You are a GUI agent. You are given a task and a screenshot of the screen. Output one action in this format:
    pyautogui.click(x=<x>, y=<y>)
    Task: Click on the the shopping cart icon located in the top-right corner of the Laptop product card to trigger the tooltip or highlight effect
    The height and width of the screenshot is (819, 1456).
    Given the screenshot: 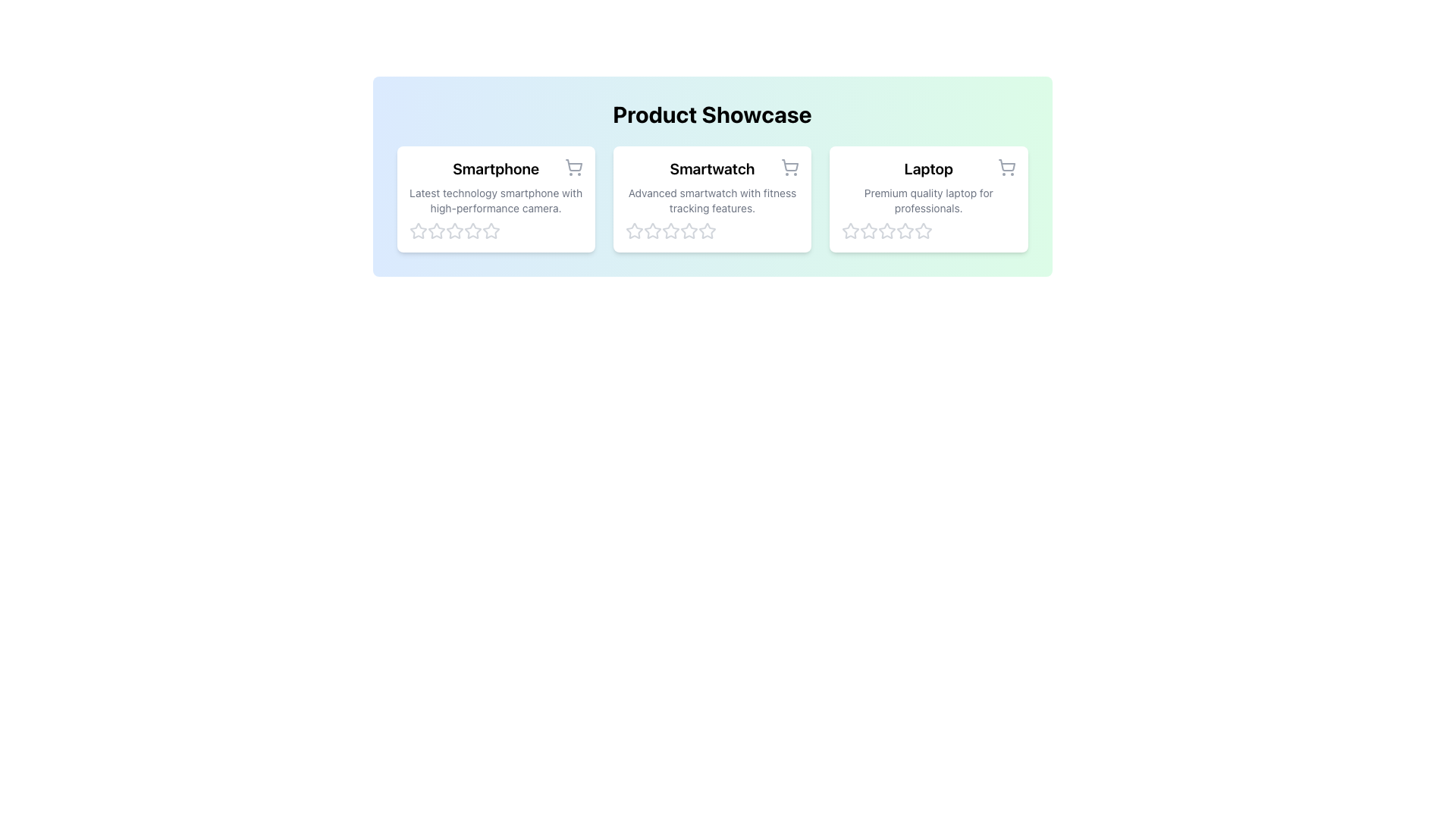 What is the action you would take?
    pyautogui.click(x=1006, y=167)
    